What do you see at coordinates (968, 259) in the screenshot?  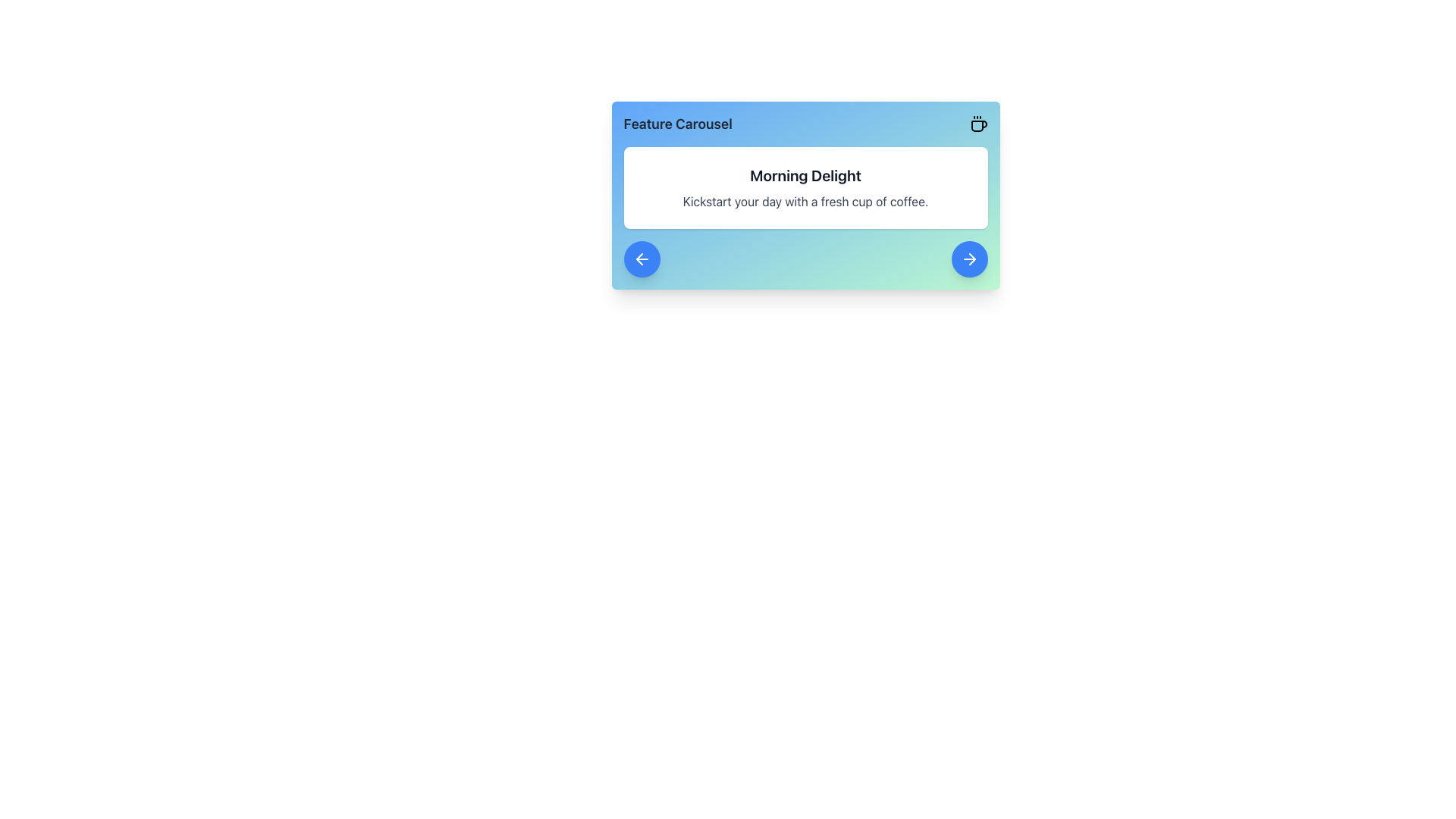 I see `the circular blue button with a white right arrow icon, located to the right of the rectangular content area titled 'Feature Carousel'` at bounding box center [968, 259].